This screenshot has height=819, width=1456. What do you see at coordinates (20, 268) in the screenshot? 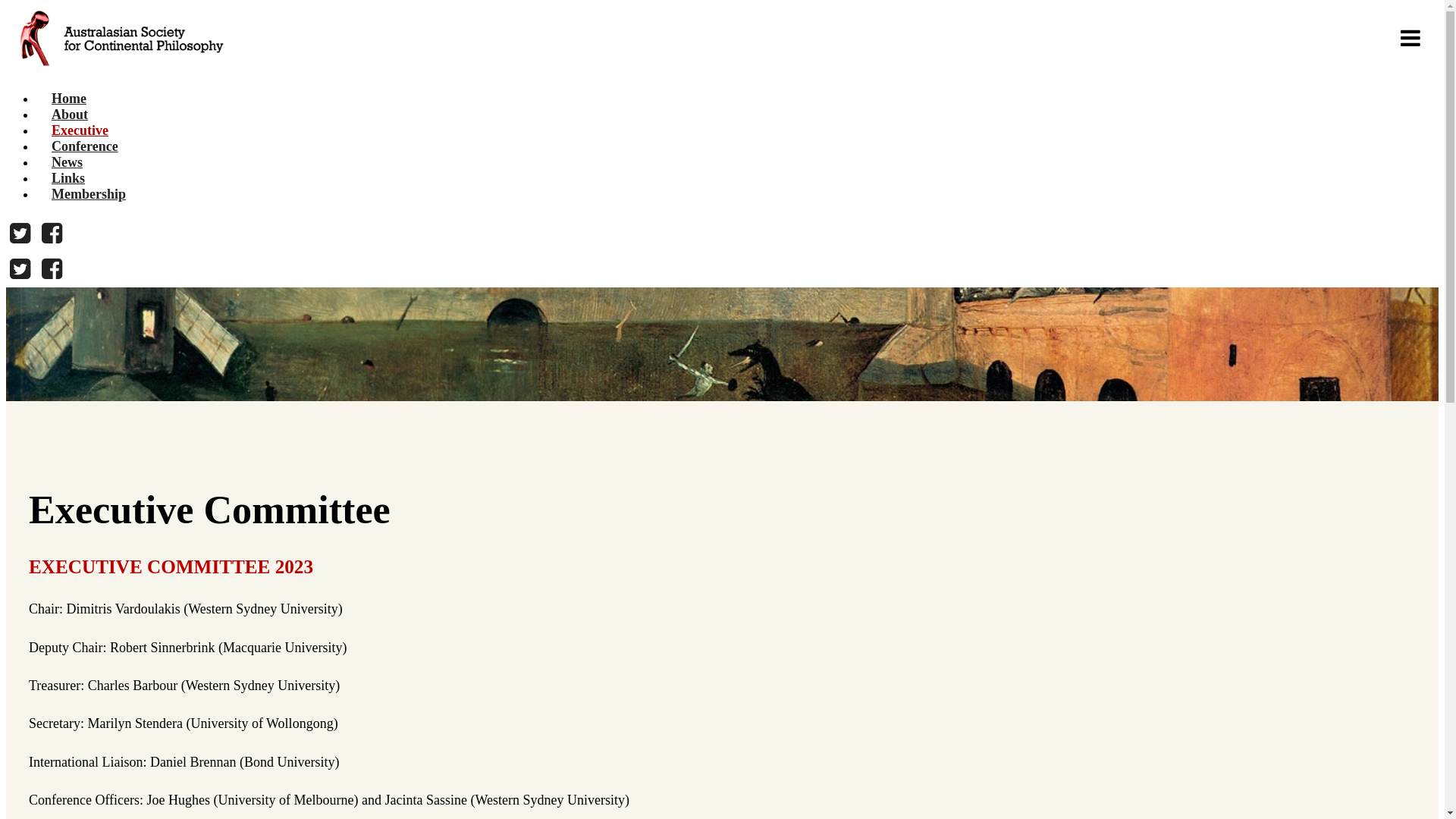
I see `'ASCP Twitter'` at bounding box center [20, 268].